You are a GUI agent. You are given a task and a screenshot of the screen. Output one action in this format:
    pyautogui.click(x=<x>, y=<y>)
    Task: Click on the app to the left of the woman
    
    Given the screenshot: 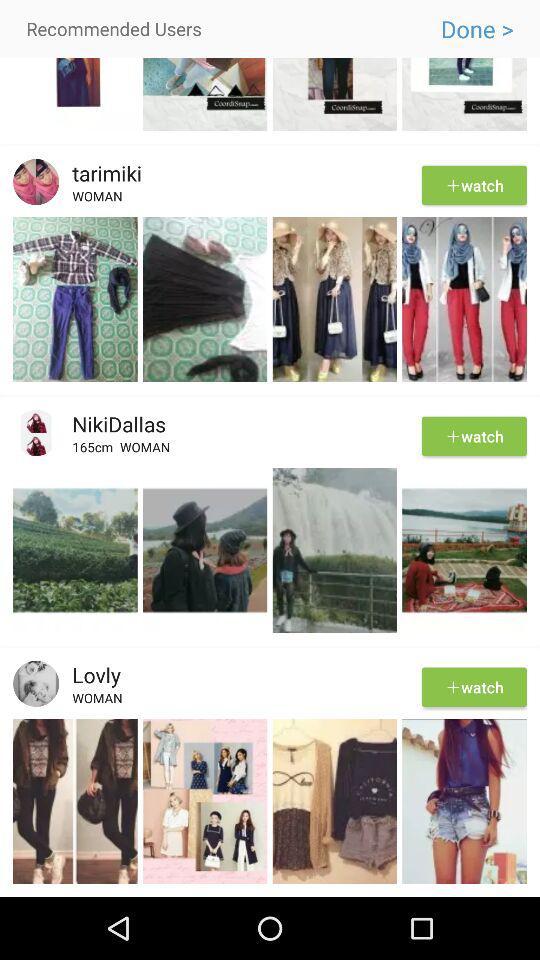 What is the action you would take?
    pyautogui.click(x=95, y=450)
    